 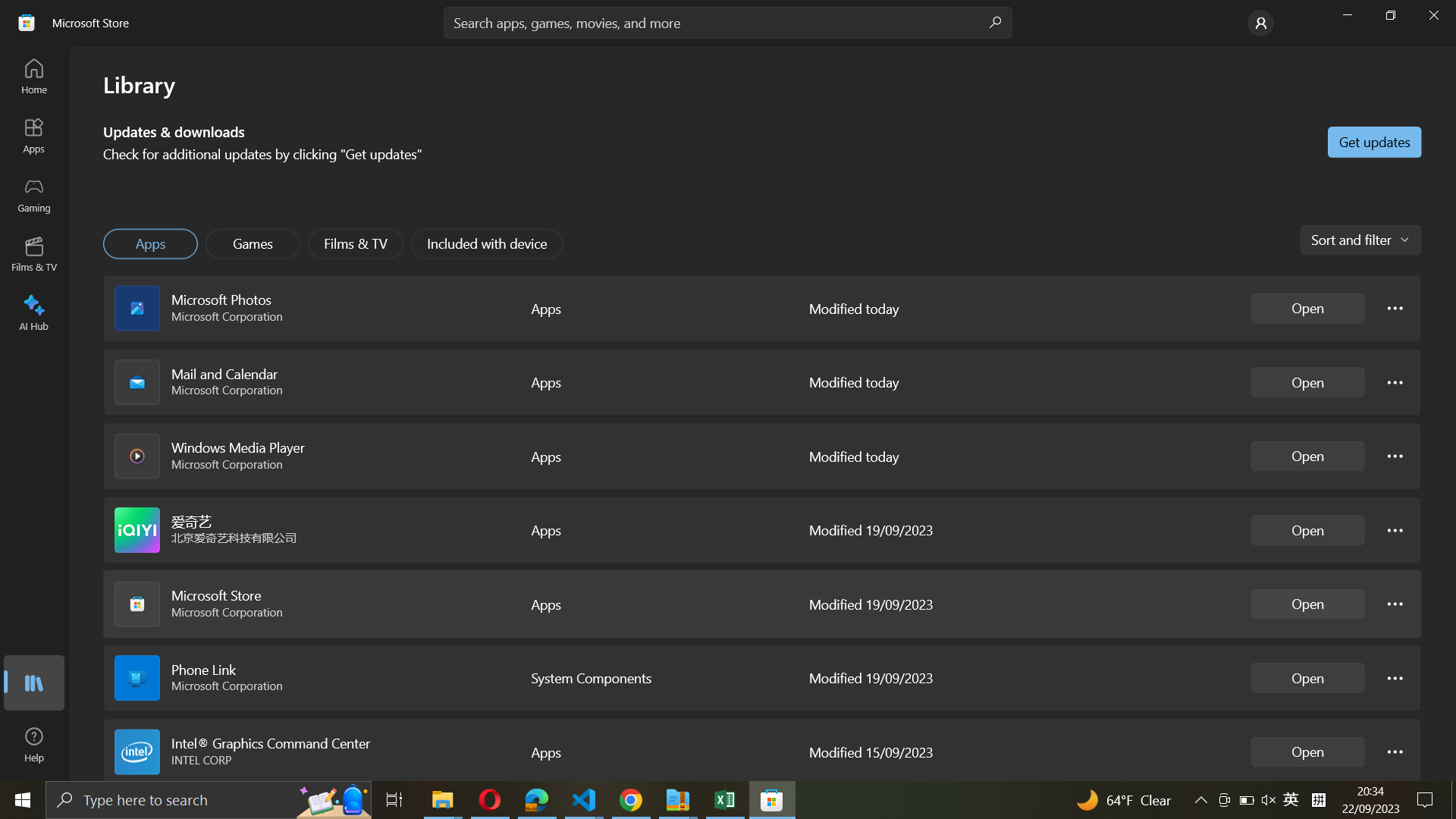 What do you see at coordinates (1395, 676) in the screenshot?
I see `Phone link options` at bounding box center [1395, 676].